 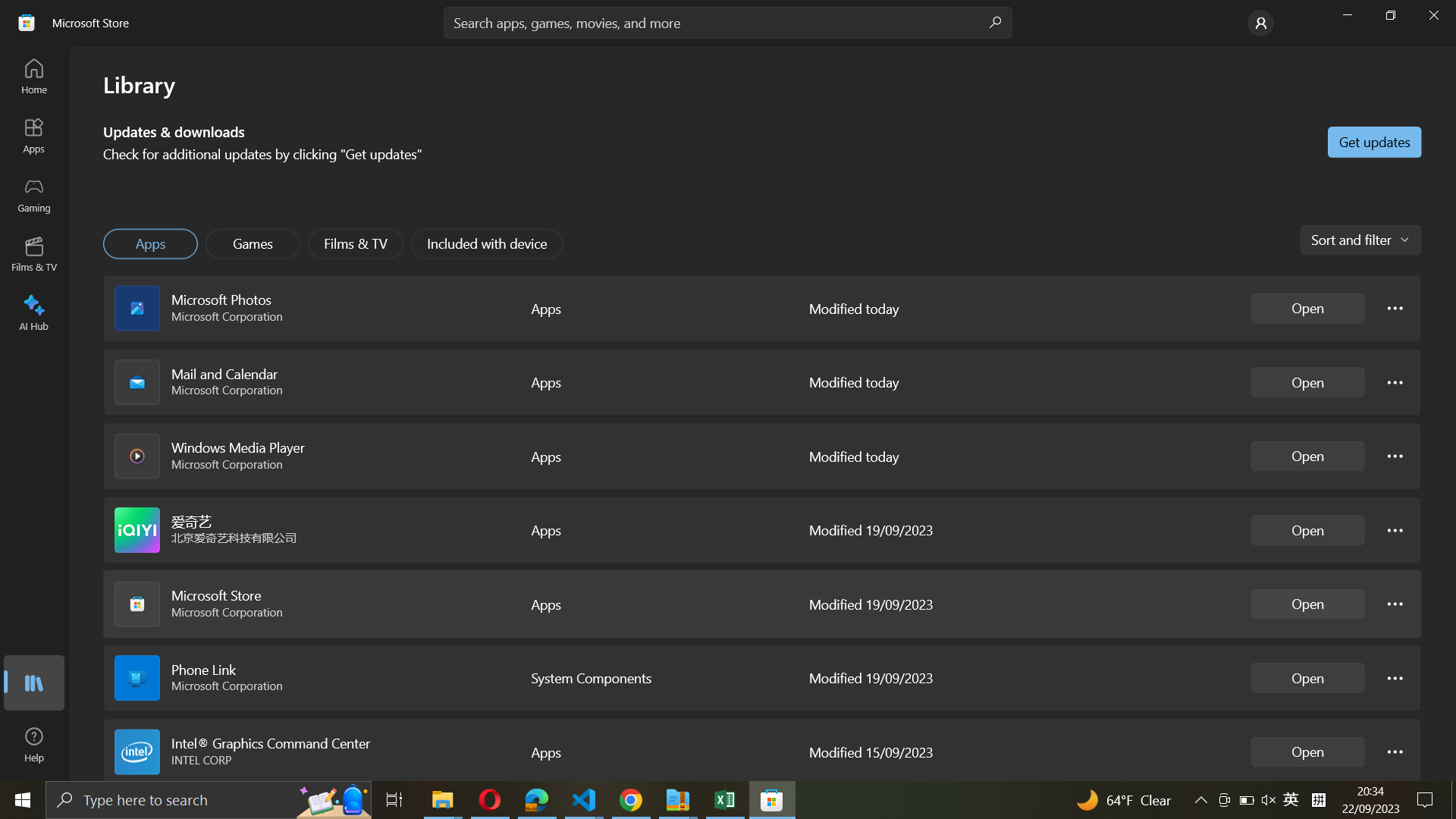 What do you see at coordinates (1395, 676) in the screenshot?
I see `Phone link options` at bounding box center [1395, 676].